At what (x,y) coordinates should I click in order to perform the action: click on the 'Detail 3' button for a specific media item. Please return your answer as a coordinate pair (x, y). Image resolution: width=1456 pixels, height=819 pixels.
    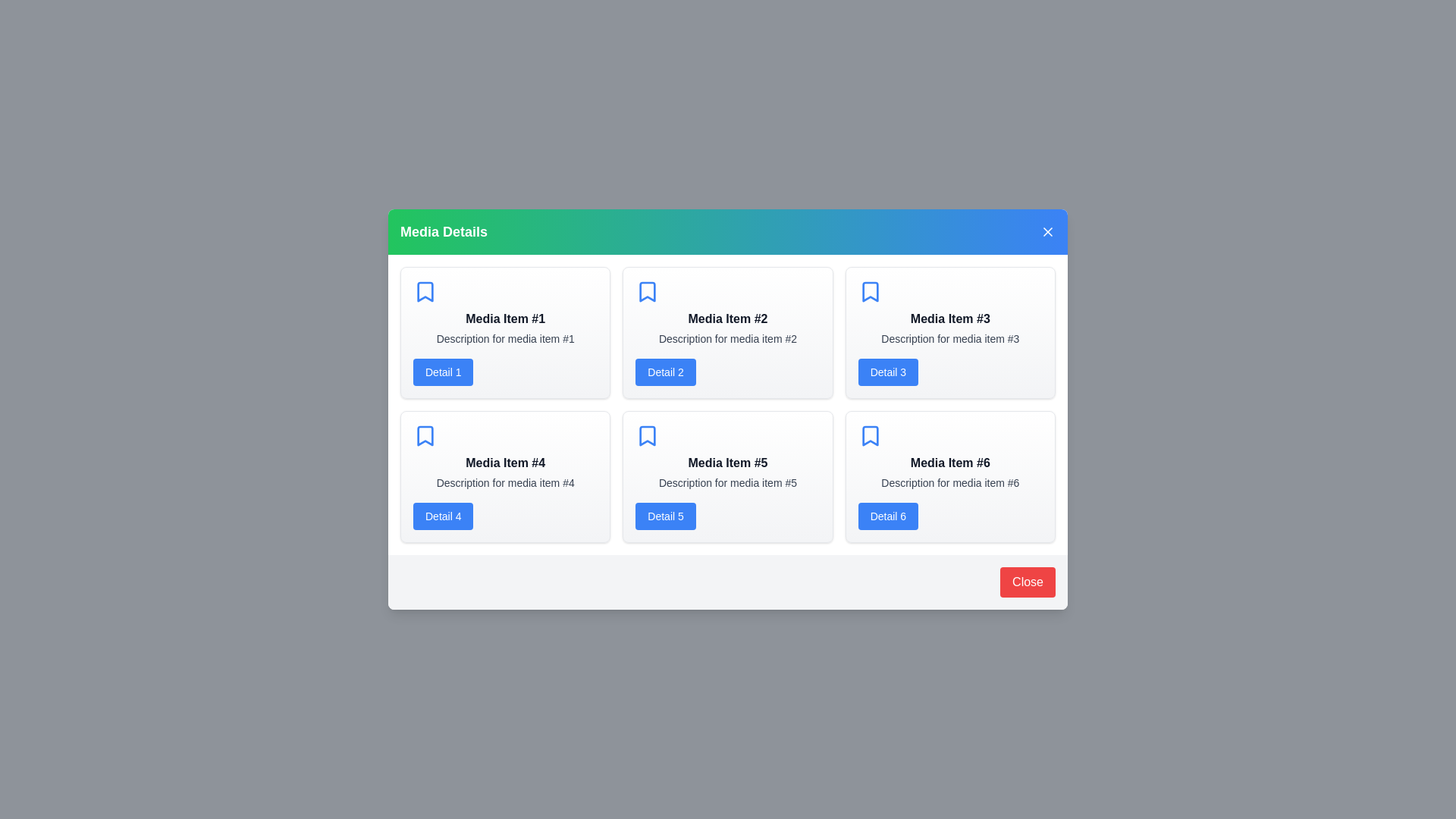
    Looking at the image, I should click on (888, 372).